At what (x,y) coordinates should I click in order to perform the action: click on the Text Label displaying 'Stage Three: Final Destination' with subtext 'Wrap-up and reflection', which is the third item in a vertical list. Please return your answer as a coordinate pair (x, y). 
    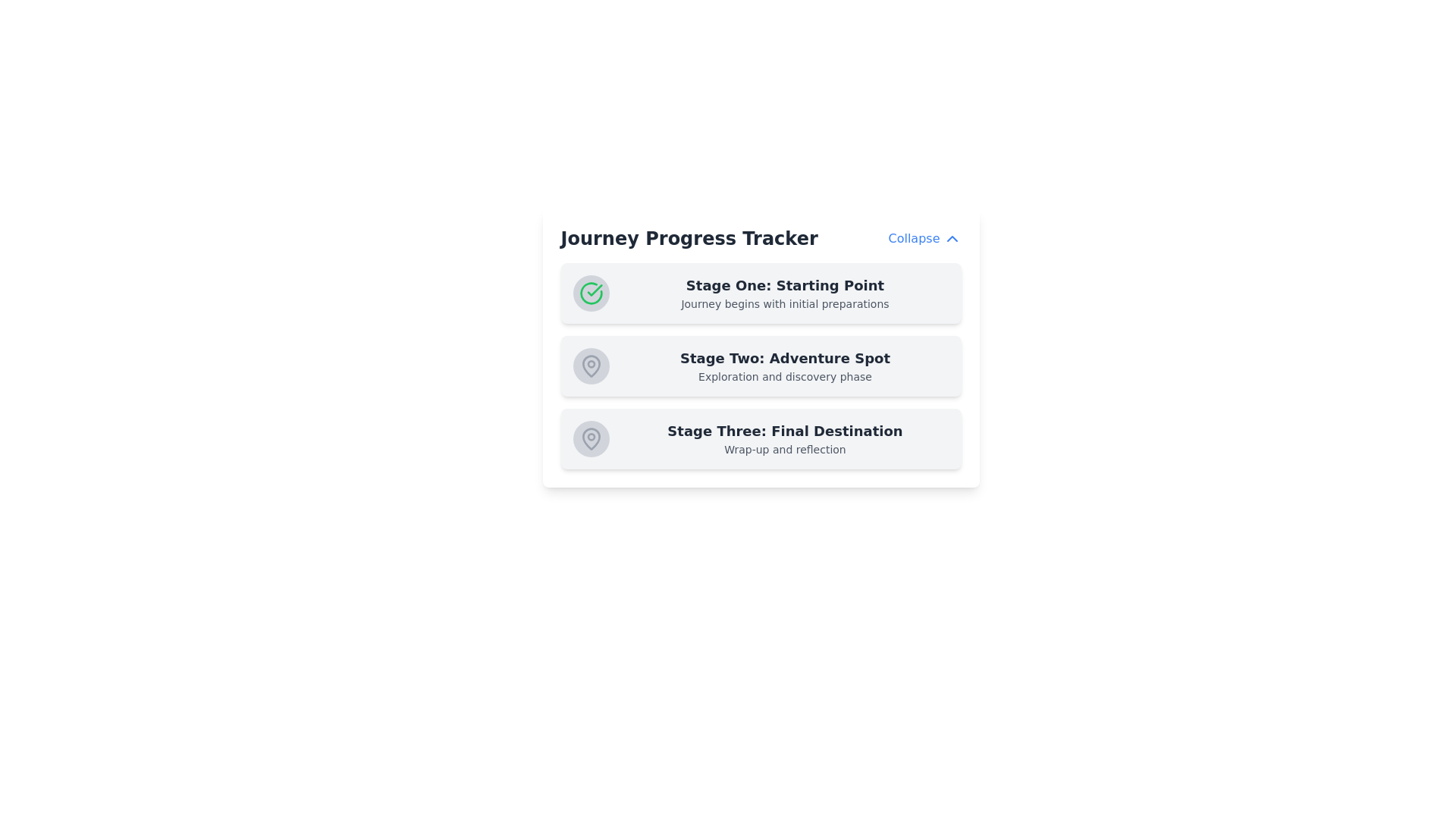
    Looking at the image, I should click on (785, 438).